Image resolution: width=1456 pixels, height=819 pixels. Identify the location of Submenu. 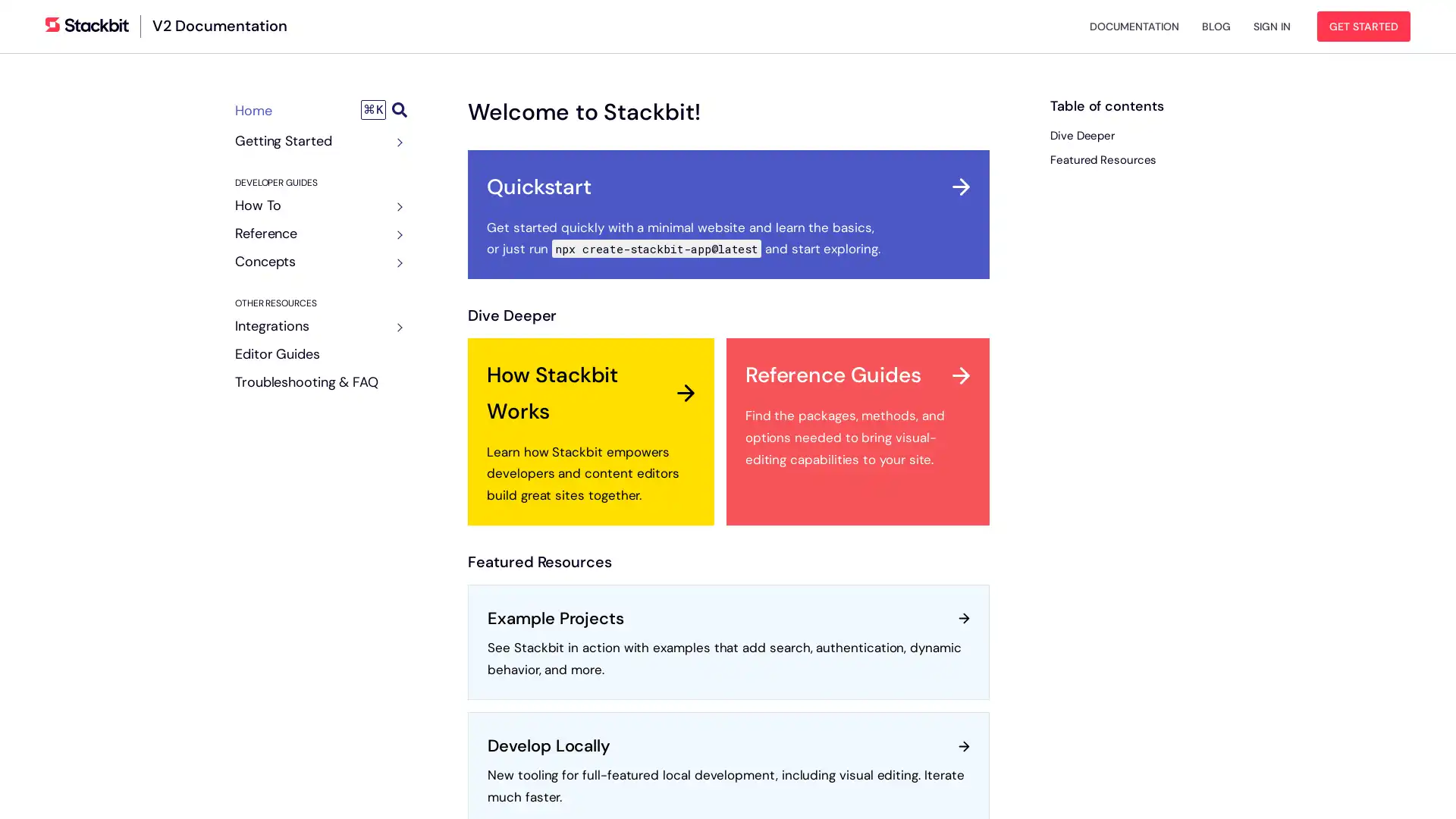
(396, 143).